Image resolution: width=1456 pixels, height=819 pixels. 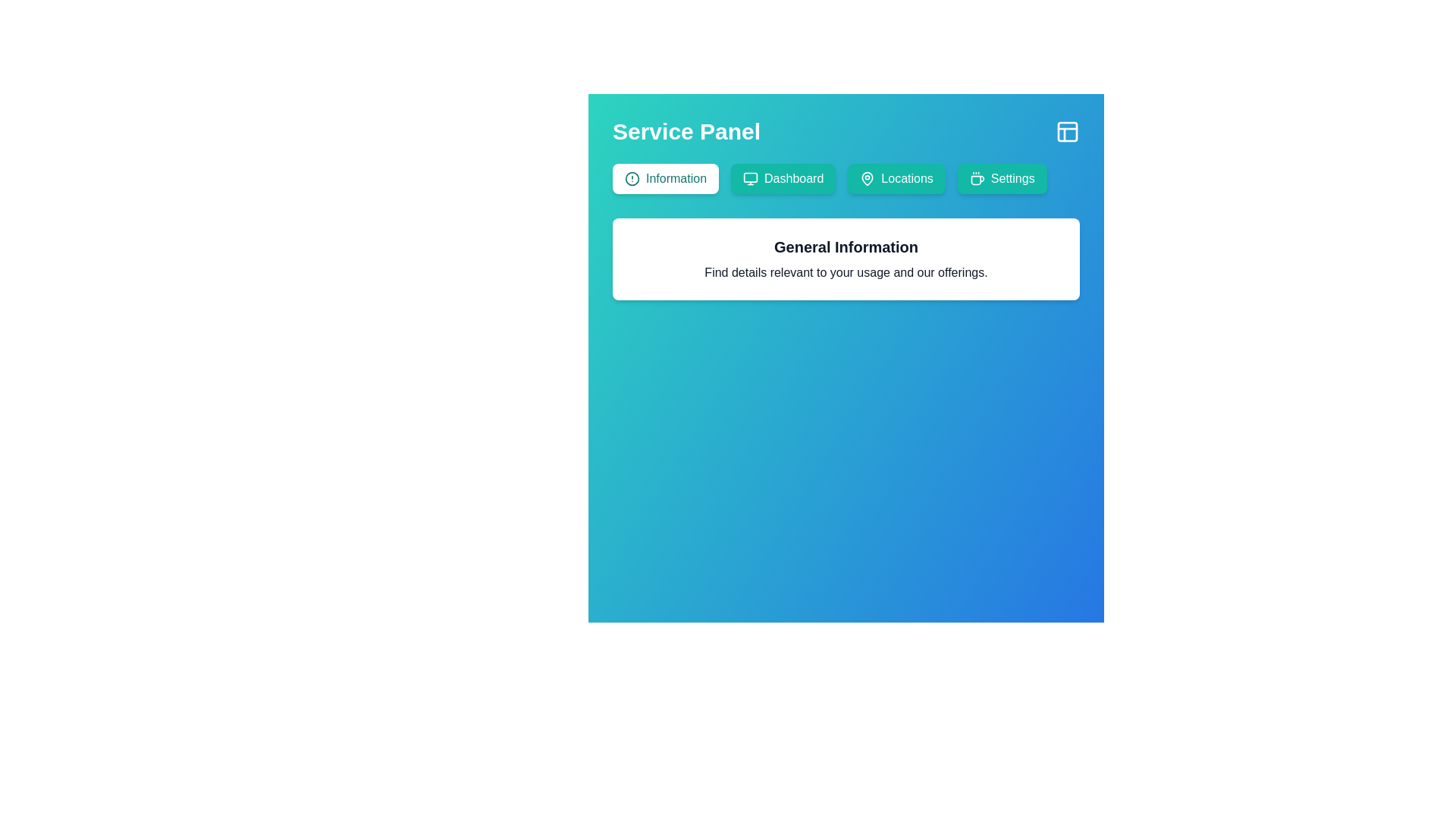 What do you see at coordinates (632, 177) in the screenshot?
I see `the decorative graphical element that forms the circular background of the alert icon within the 'Information' button located at the top-left side of the interface` at bounding box center [632, 177].